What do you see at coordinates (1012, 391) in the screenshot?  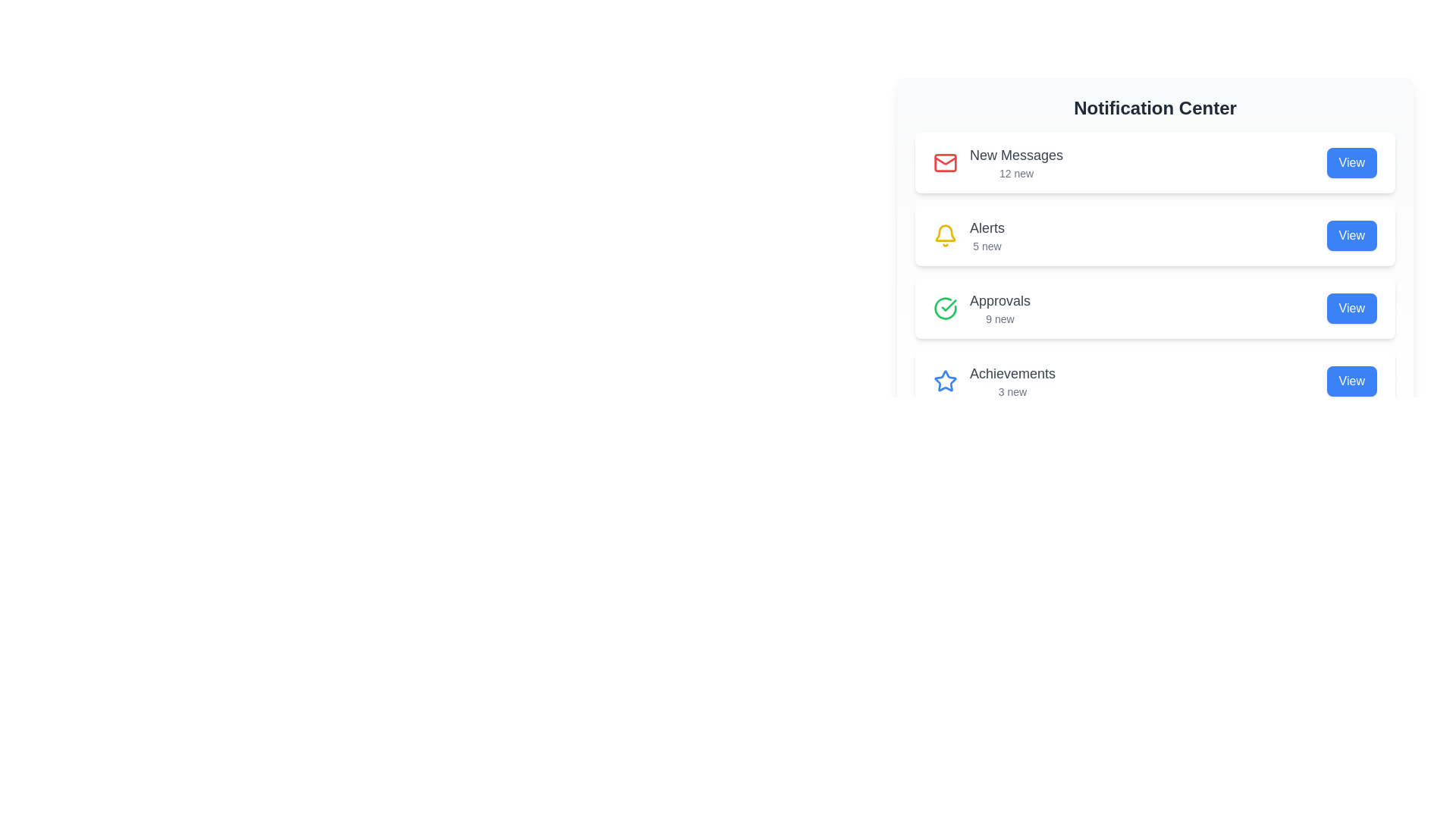 I see `text of the '3 new' label located beneath the 'Achievements' title within the Achievements notification card` at bounding box center [1012, 391].